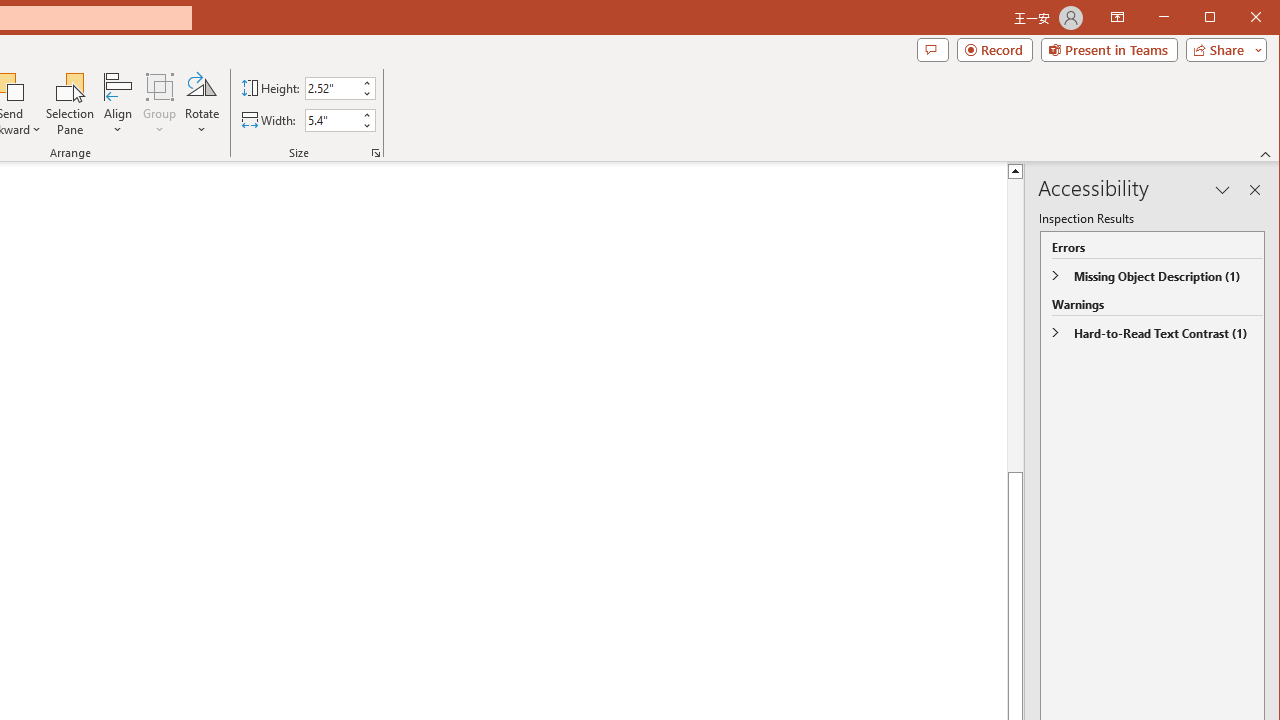 The image size is (1280, 720). Describe the element at coordinates (201, 104) in the screenshot. I see `'Rotate'` at that location.